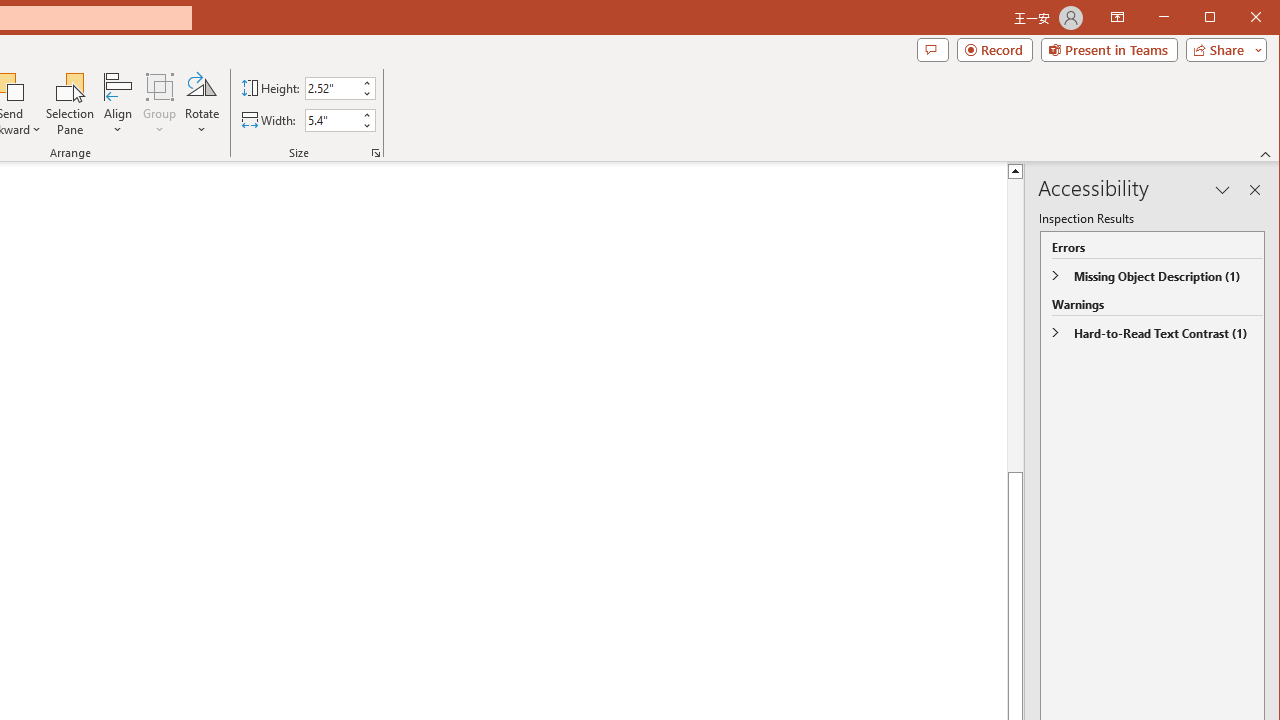 The image size is (1280, 720). Describe the element at coordinates (201, 104) in the screenshot. I see `'Rotate'` at that location.